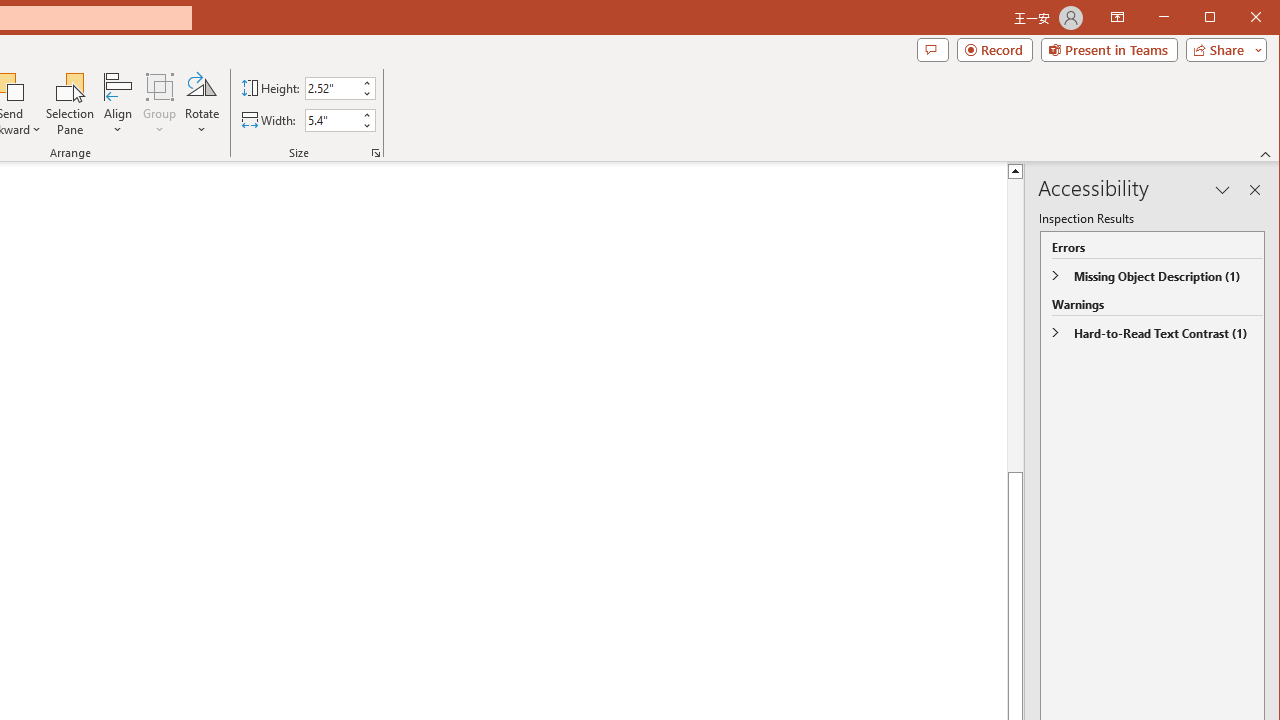 The image size is (1280, 720). Describe the element at coordinates (201, 104) in the screenshot. I see `'Rotate'` at that location.